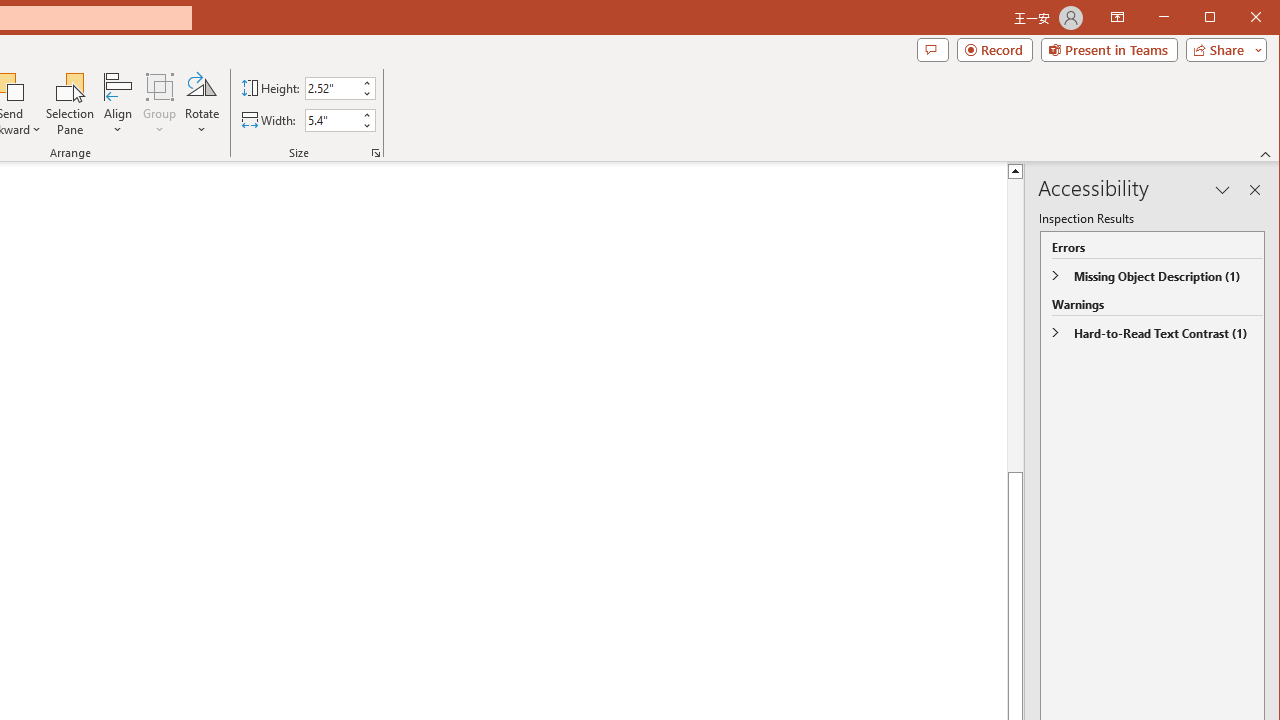 The image size is (1280, 720). Describe the element at coordinates (201, 104) in the screenshot. I see `'Rotate'` at that location.